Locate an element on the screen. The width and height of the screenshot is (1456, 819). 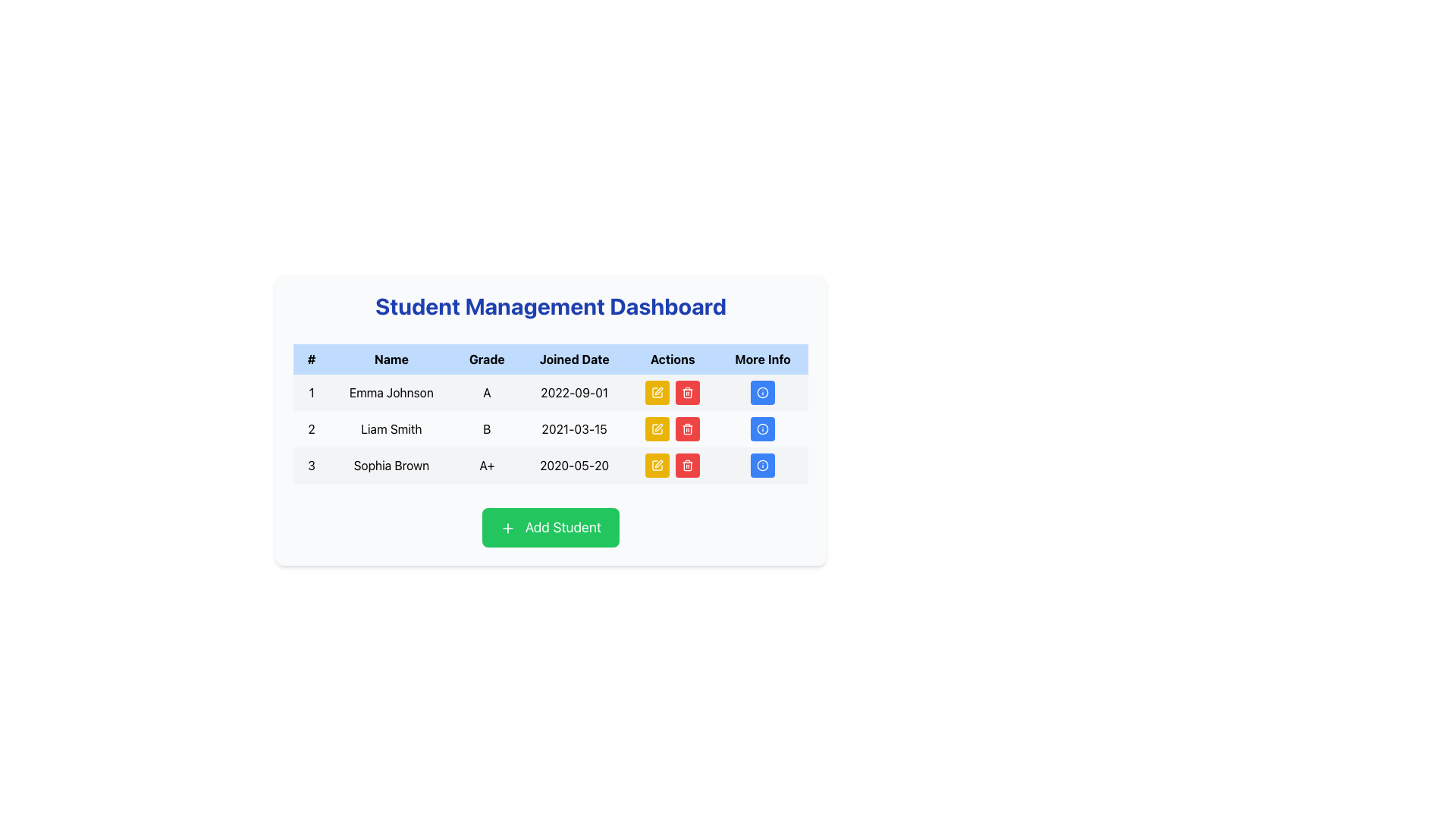
text displayed by the element representing the name 'Liam Smith', which is located in the second row of the data table, specifically in the 'Name' column is located at coordinates (391, 429).